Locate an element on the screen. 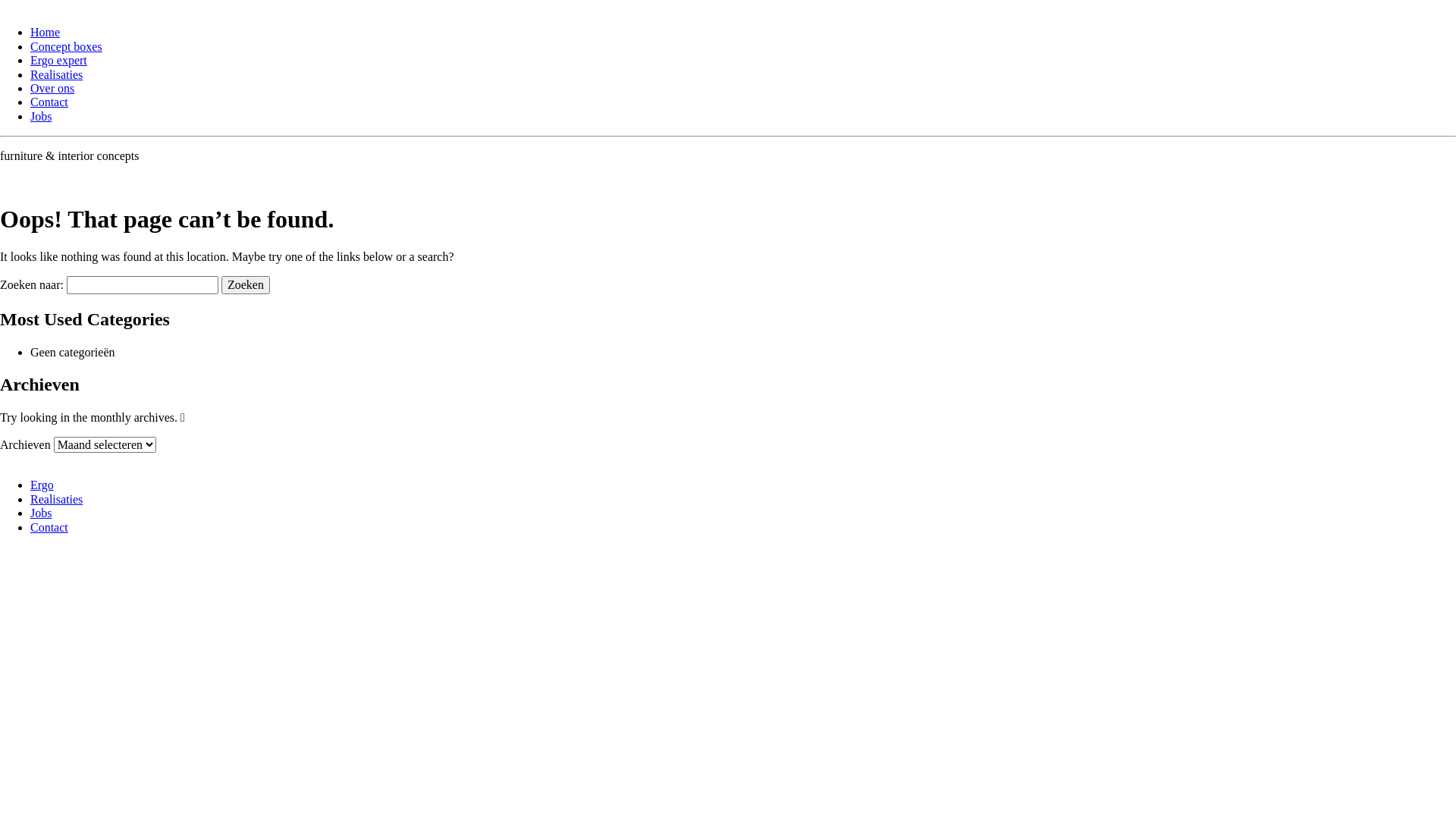 The height and width of the screenshot is (819, 1456). 'Contact' is located at coordinates (49, 526).